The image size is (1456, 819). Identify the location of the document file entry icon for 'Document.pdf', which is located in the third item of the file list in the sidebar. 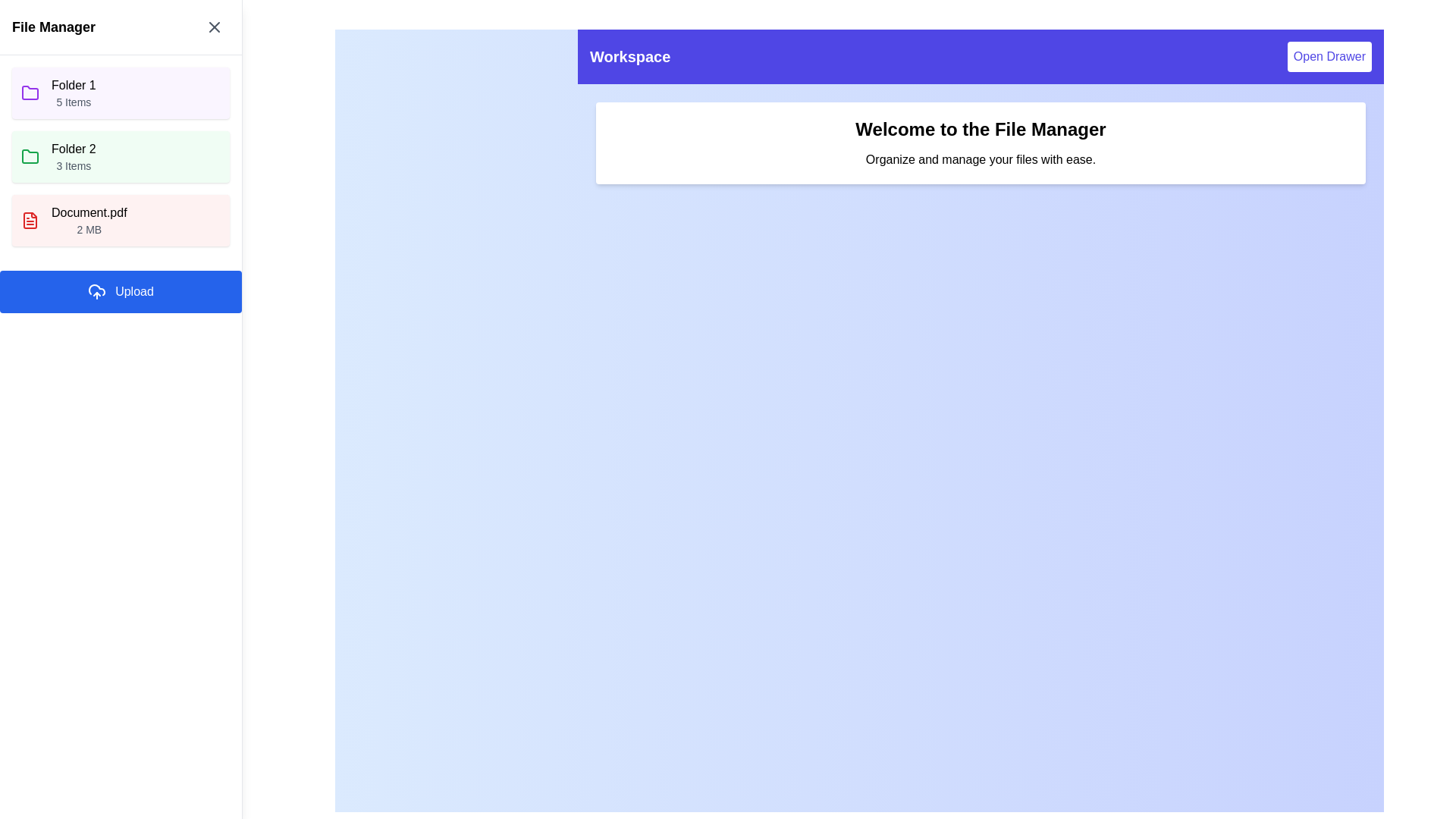
(30, 220).